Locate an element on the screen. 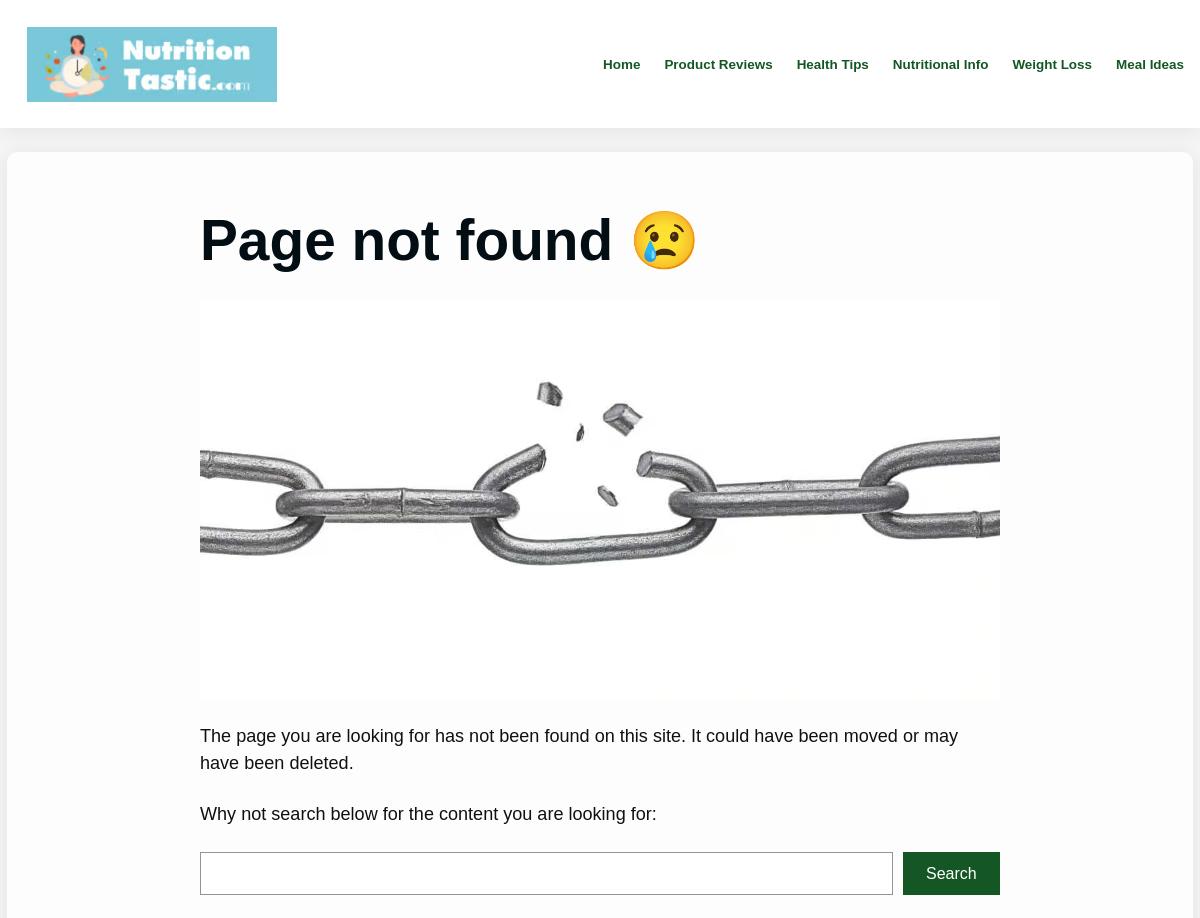  'Home' is located at coordinates (621, 63).